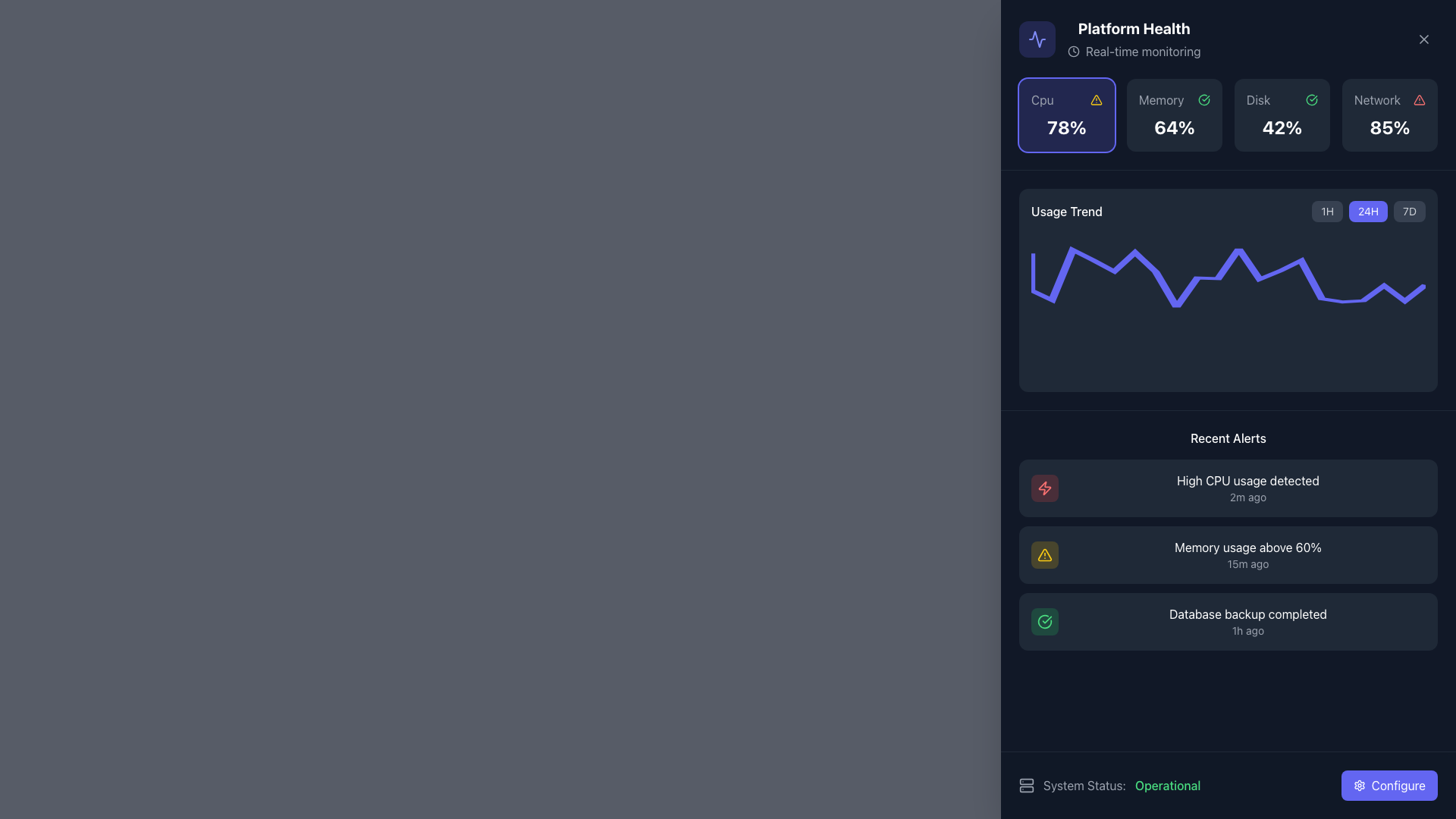 This screenshot has width=1456, height=819. I want to click on the Polyline graphical representation within the 'Usage Trend' section of the interface, which visually represents data trends over time, so click(1228, 278).